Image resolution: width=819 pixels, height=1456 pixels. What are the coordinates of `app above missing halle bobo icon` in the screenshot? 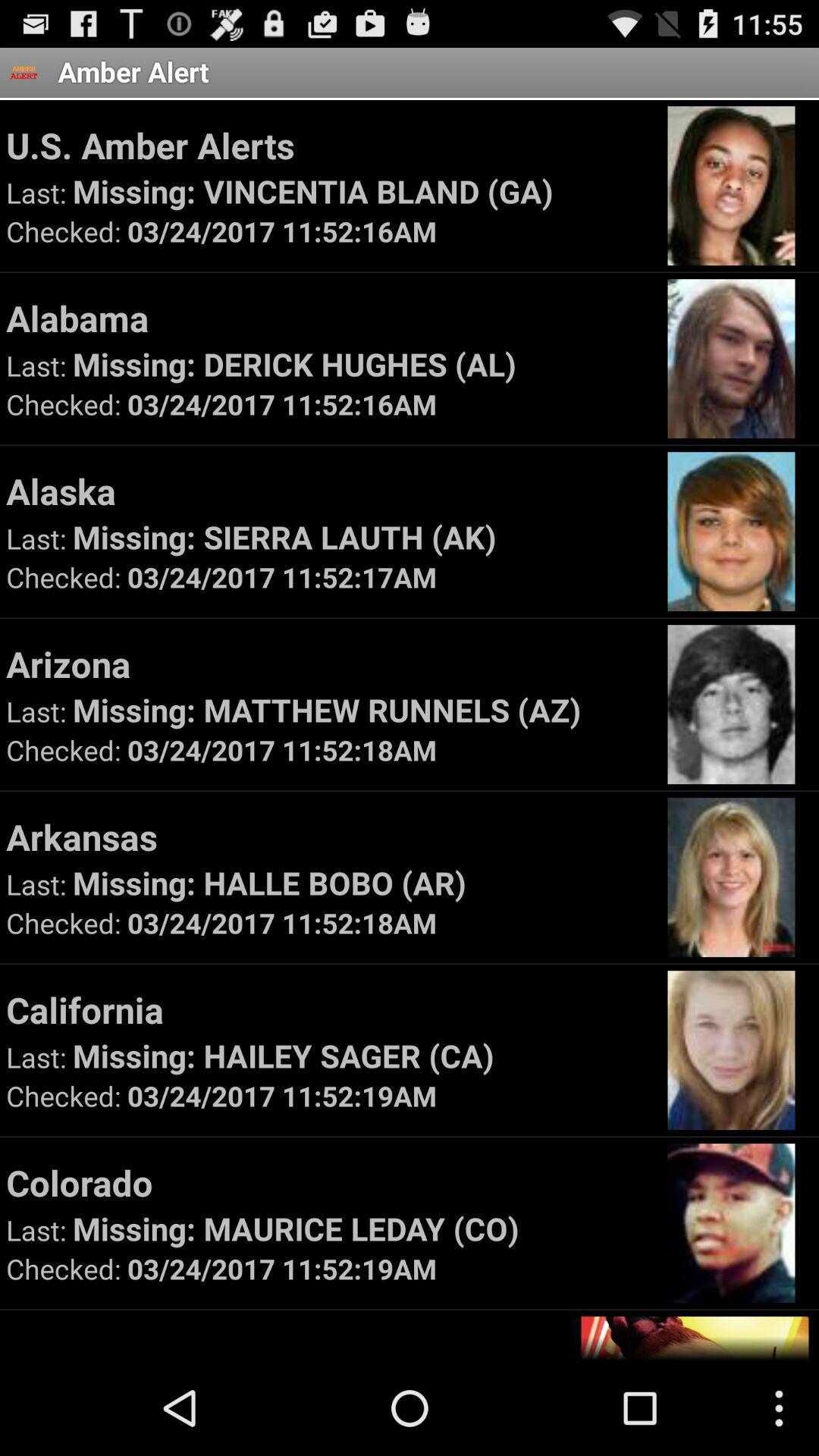 It's located at (329, 836).